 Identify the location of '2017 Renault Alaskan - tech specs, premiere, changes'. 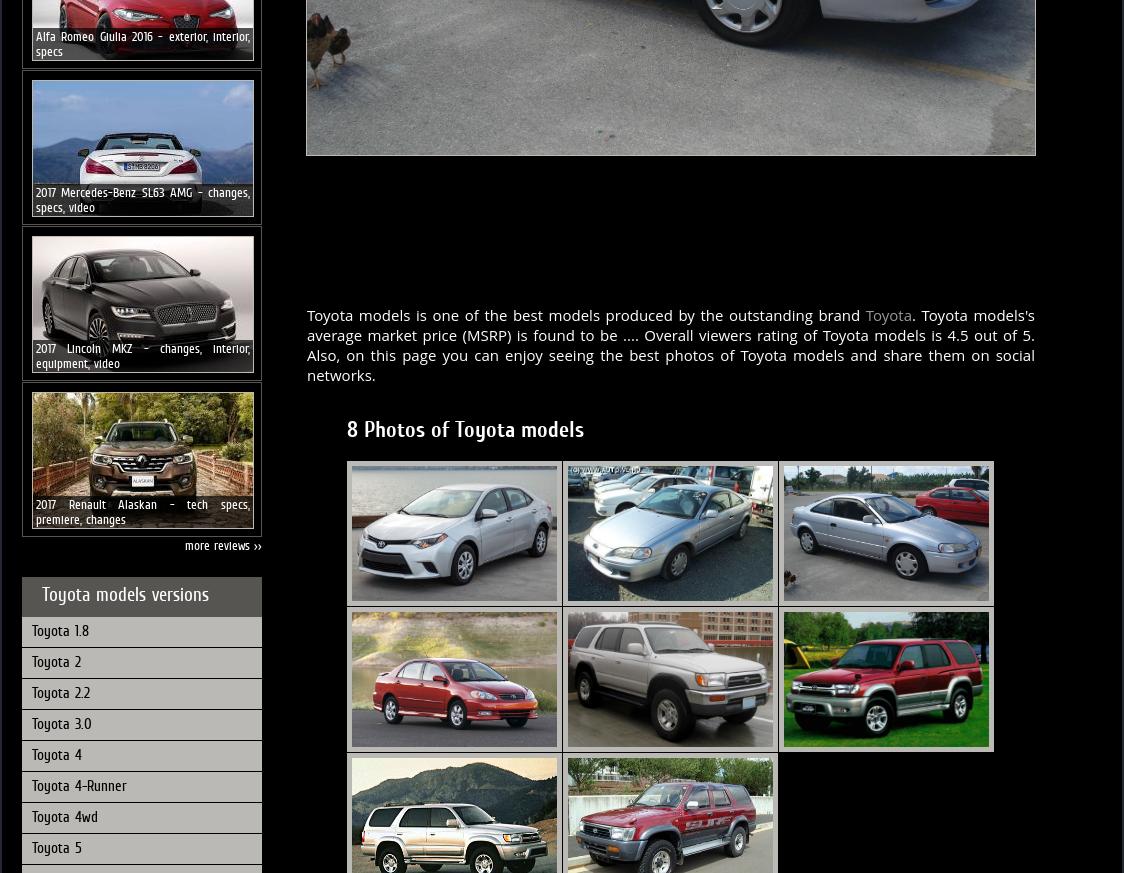
(142, 510).